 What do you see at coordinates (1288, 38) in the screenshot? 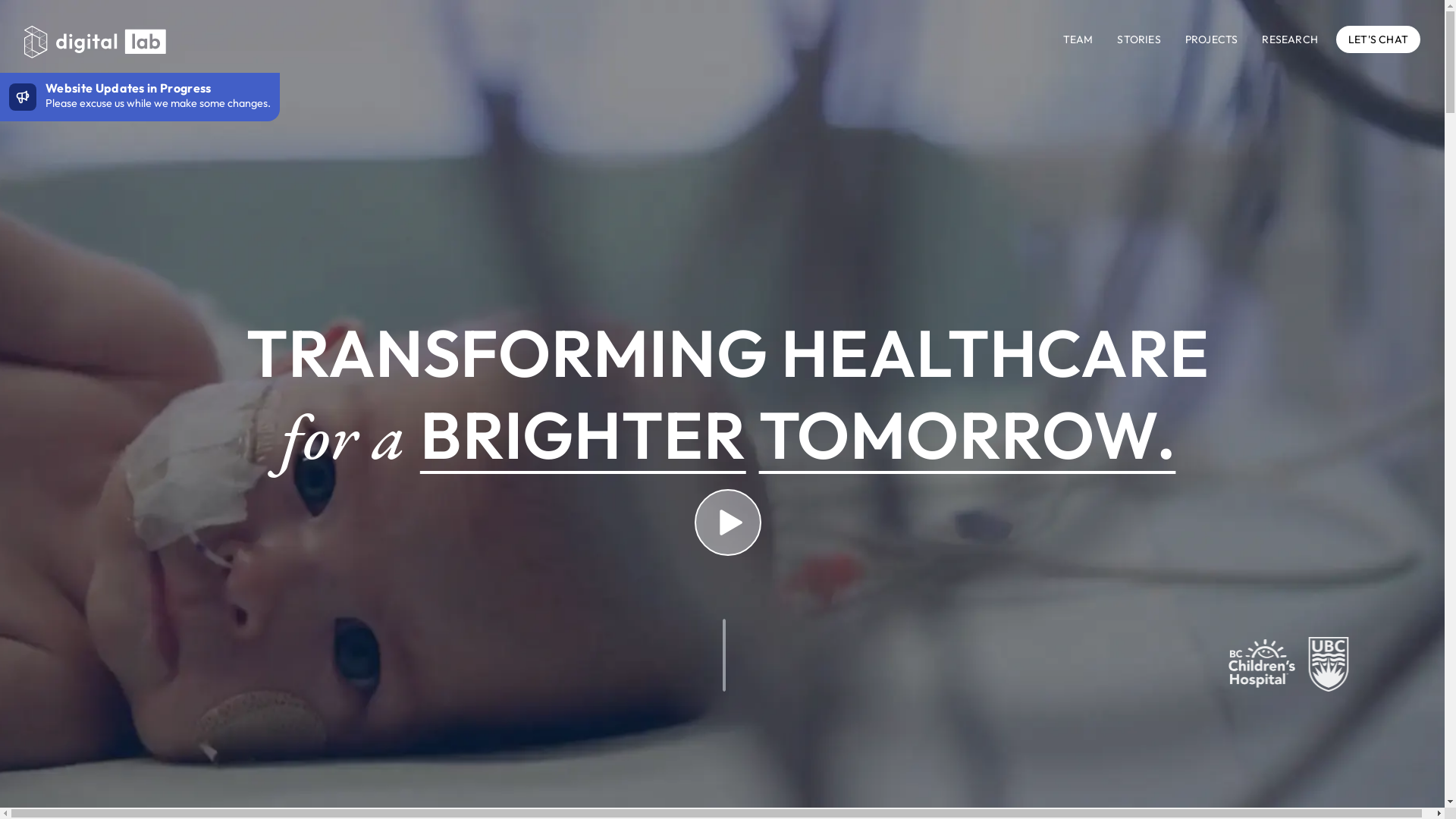
I see `'RESEARCH'` at bounding box center [1288, 38].